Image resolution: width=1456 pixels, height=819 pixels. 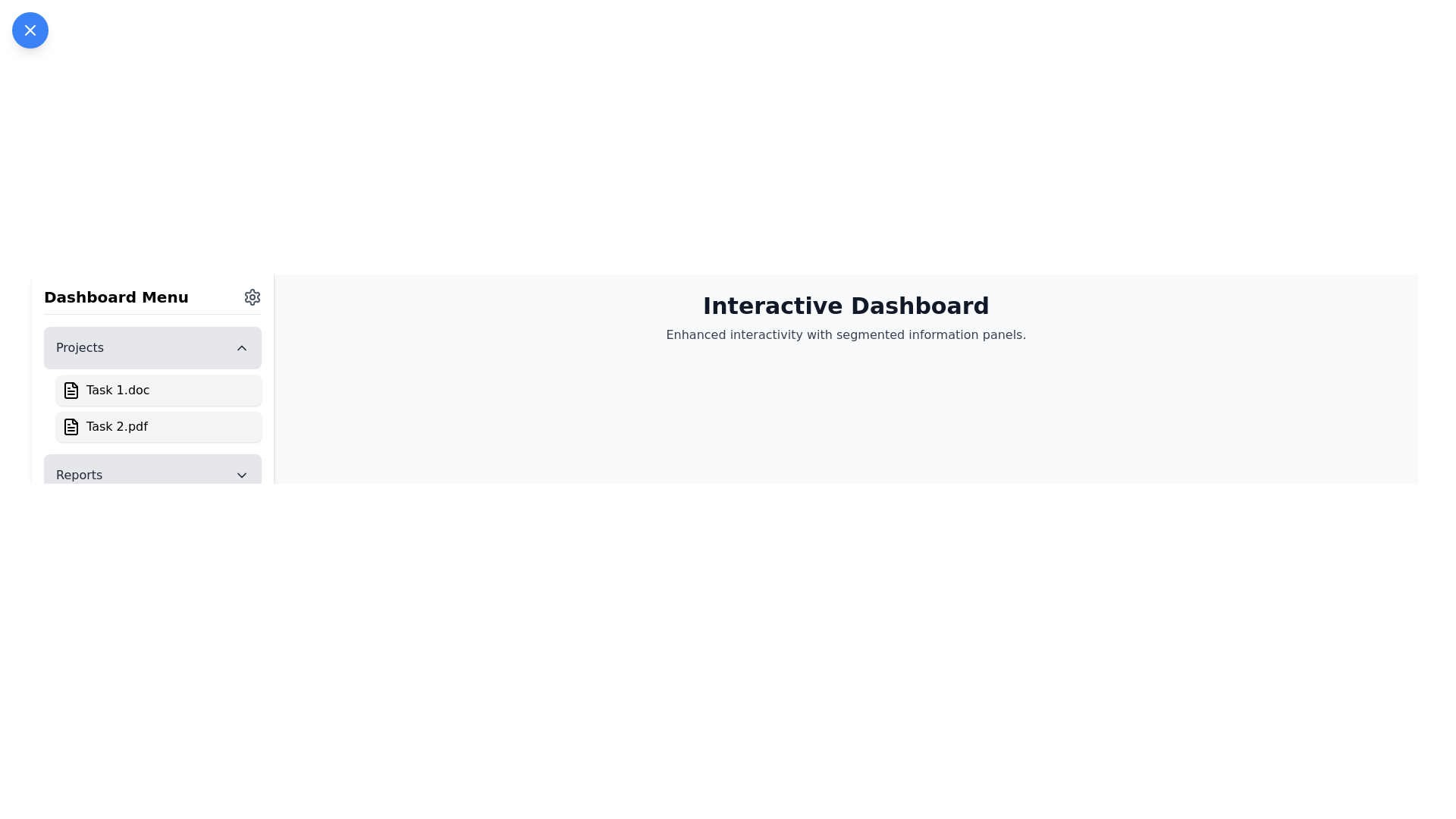 I want to click on the 'Task 2.pdf' button in the 'Projects' section of the 'Dashboard Menu', so click(x=116, y=427).